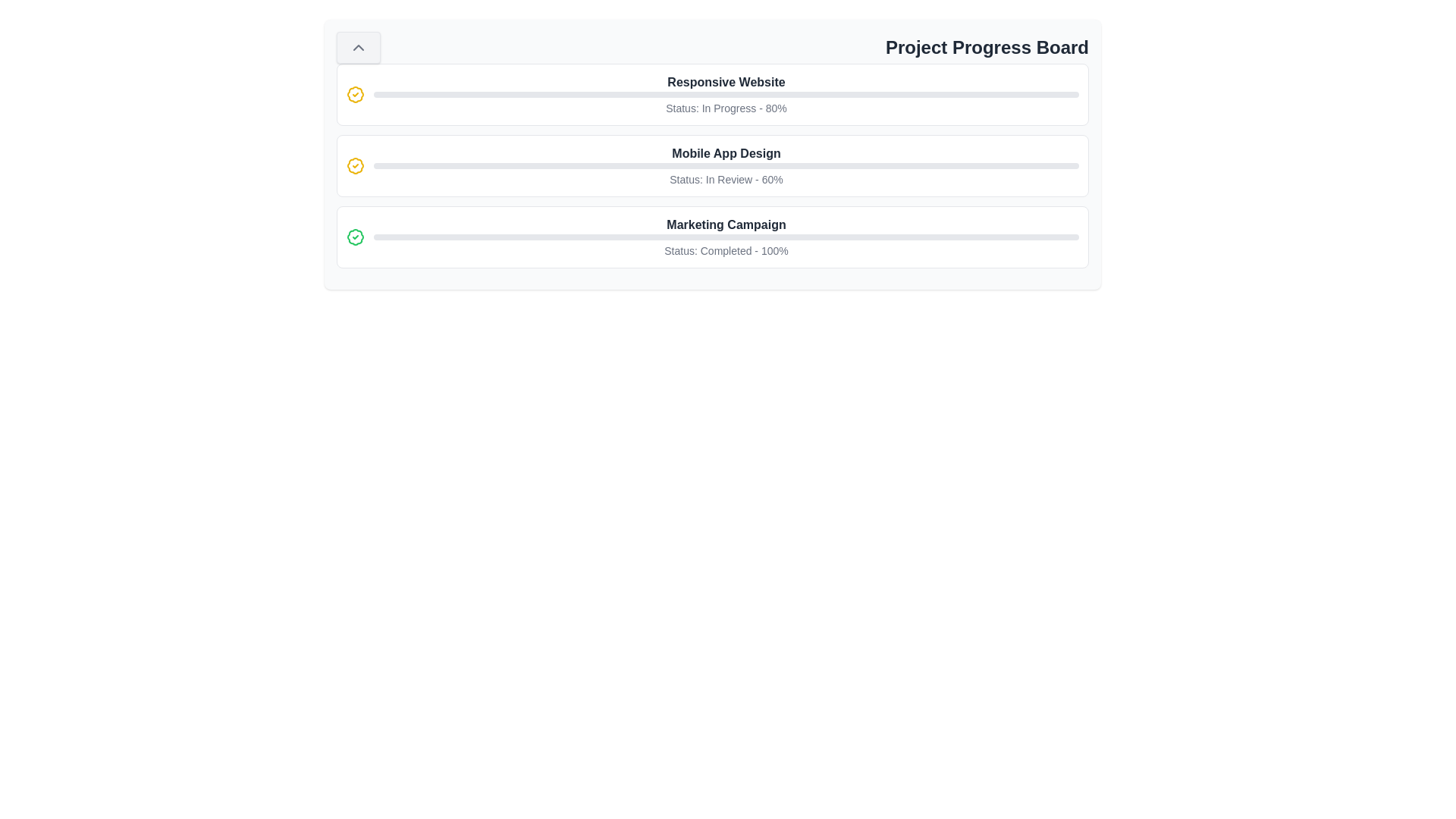 The height and width of the screenshot is (819, 1456). I want to click on the text label displaying 'Marketing Campaign' in bold dark-gray font, located in the third section of the list with the status 'Completed - 100%', so click(726, 225).